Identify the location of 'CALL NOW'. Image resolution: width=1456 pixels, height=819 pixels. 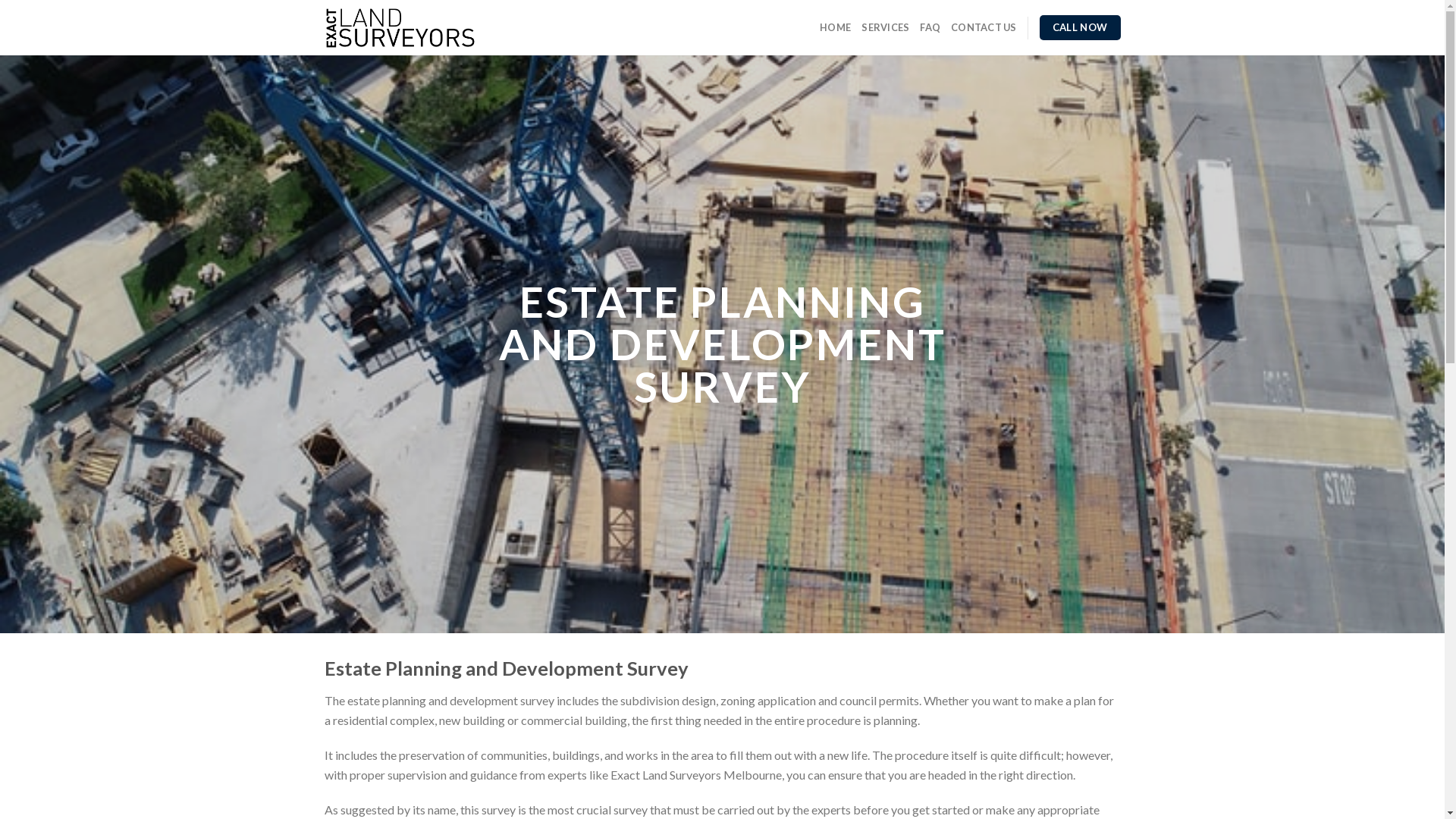
(1039, 28).